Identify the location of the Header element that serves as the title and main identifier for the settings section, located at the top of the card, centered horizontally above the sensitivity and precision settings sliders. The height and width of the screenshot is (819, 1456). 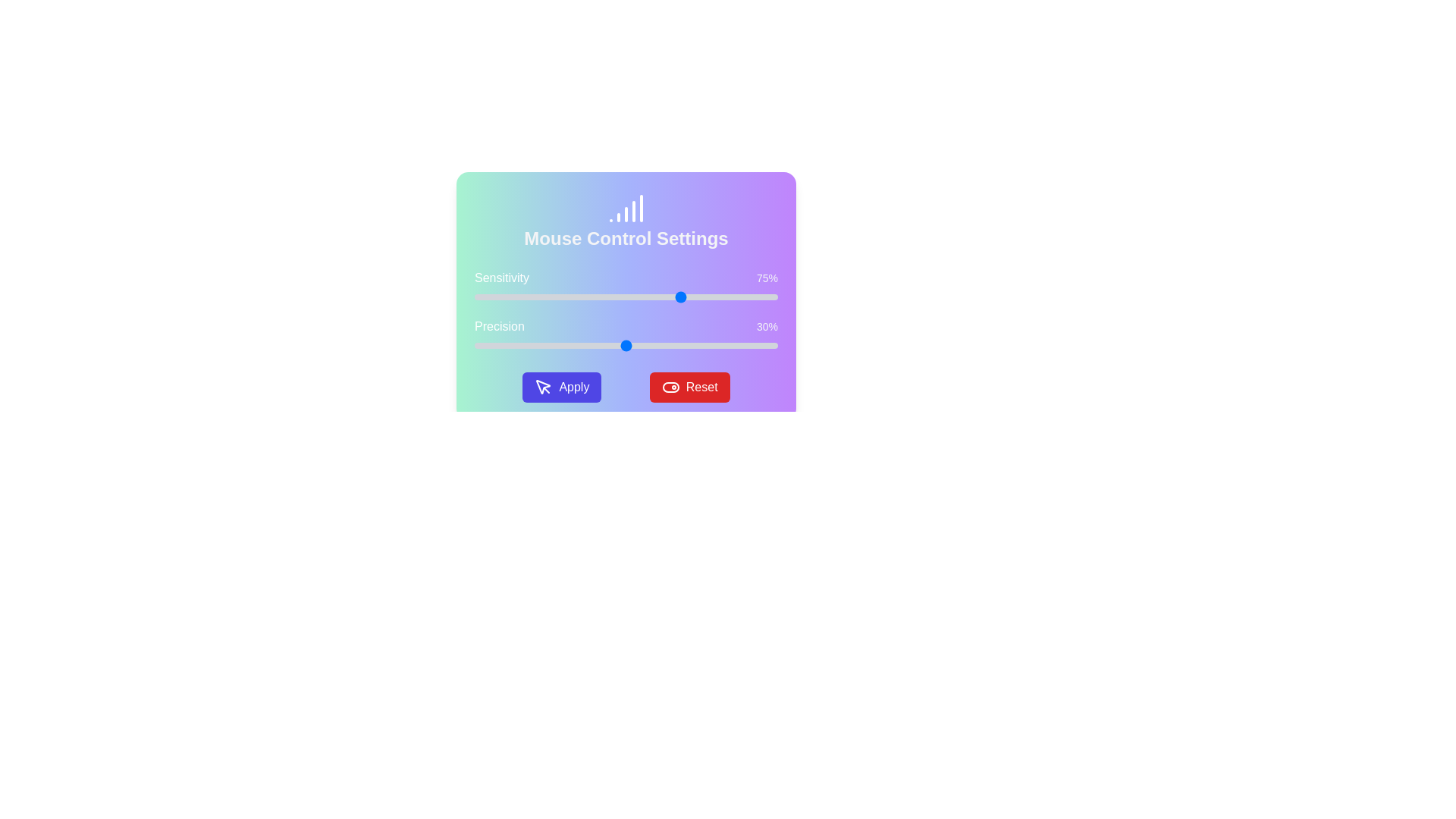
(626, 220).